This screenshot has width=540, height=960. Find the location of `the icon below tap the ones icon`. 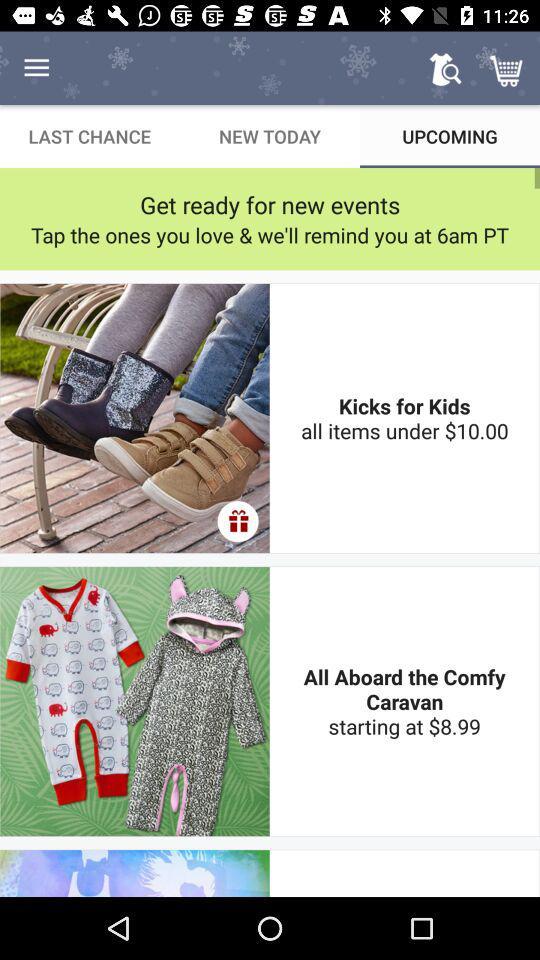

the icon below tap the ones icon is located at coordinates (238, 520).